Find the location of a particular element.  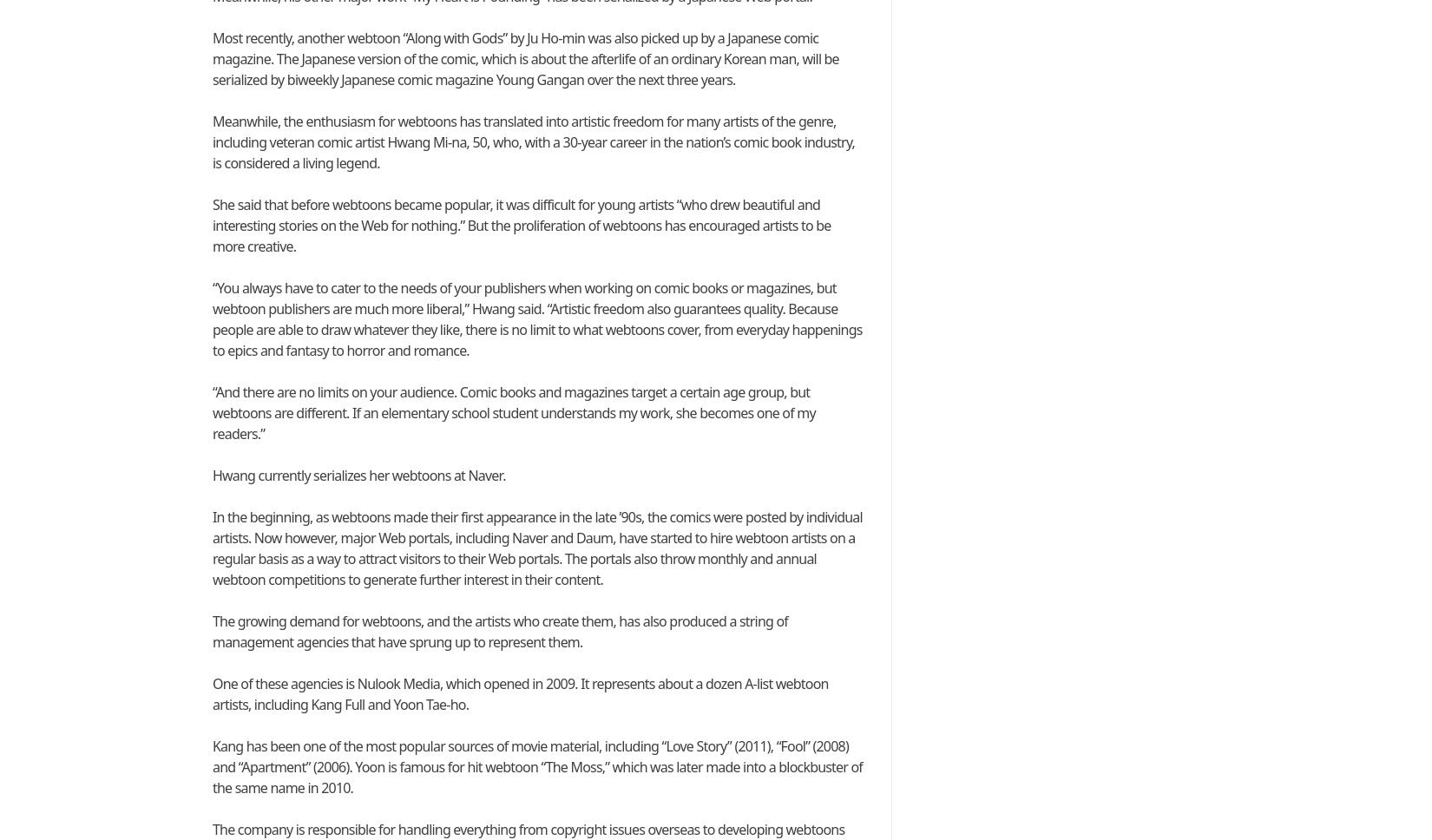

'Kang has been one of the most popular sources of movie material, including “Love Story” (2011), “Fool” (2008) and “Apartment” (2006). Yoon is famous for hit webtoon “The Moss,” which was later made into a blockbuster of the same name in 2010.' is located at coordinates (536, 765).